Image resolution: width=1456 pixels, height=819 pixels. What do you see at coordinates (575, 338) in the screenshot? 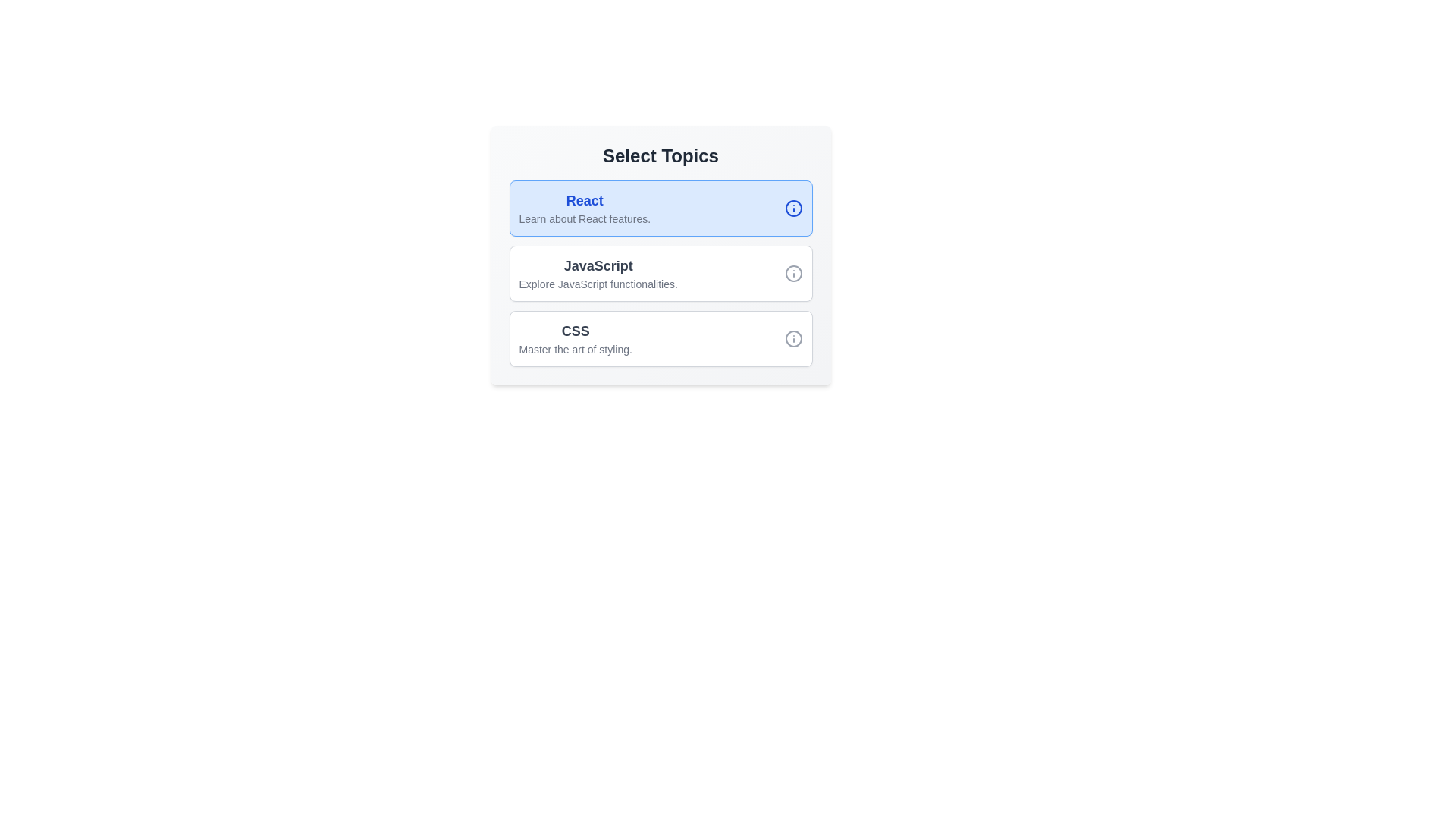
I see `the topic CSS to observe styling changes` at bounding box center [575, 338].